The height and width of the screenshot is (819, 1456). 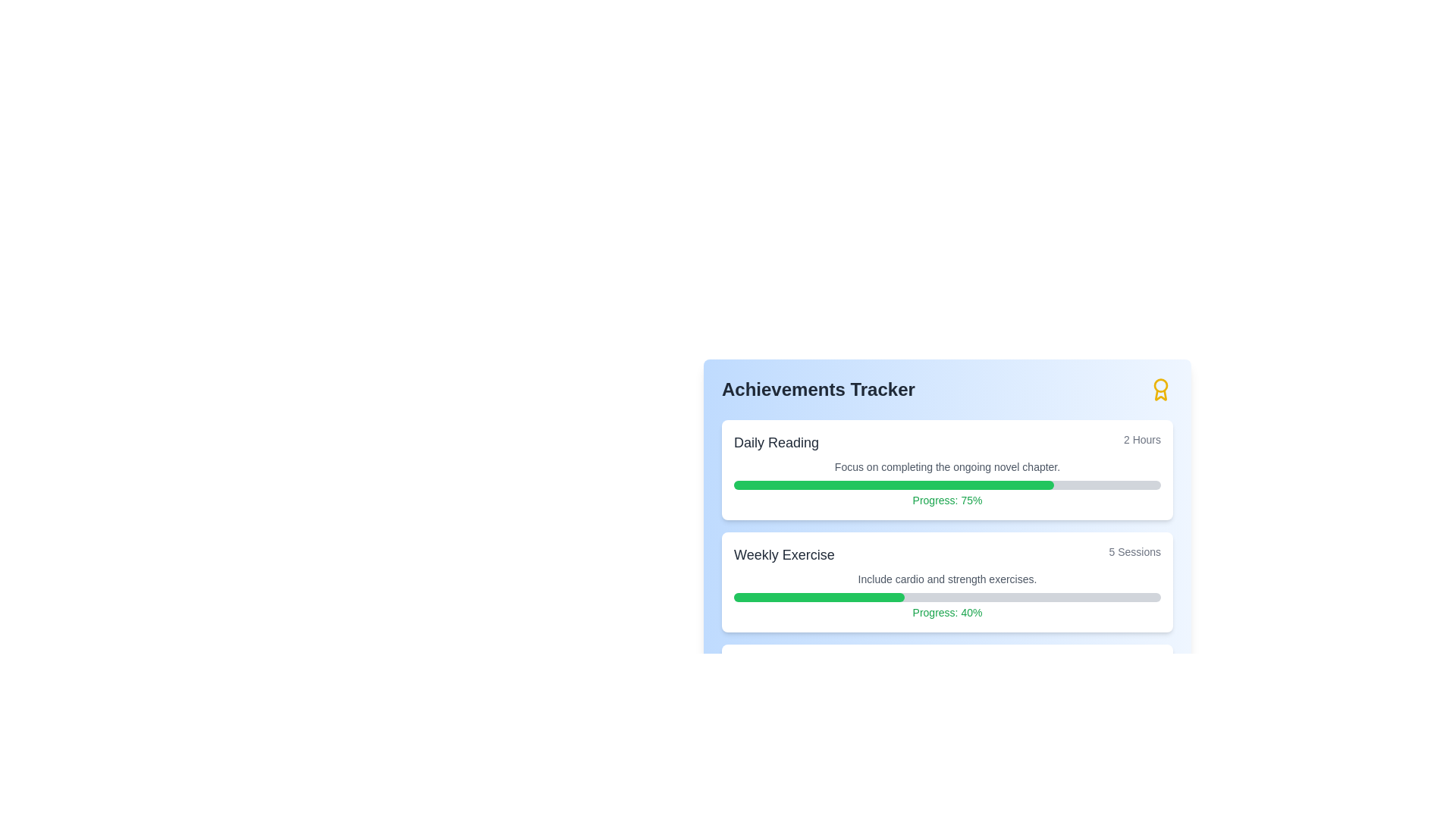 What do you see at coordinates (1134, 555) in the screenshot?
I see `the static text displaying the count of sessions related to the 'Weekly Exercise' section, located on the right side of the 'Weekly Exercise' text in the 'Achievements Tracker' panel` at bounding box center [1134, 555].